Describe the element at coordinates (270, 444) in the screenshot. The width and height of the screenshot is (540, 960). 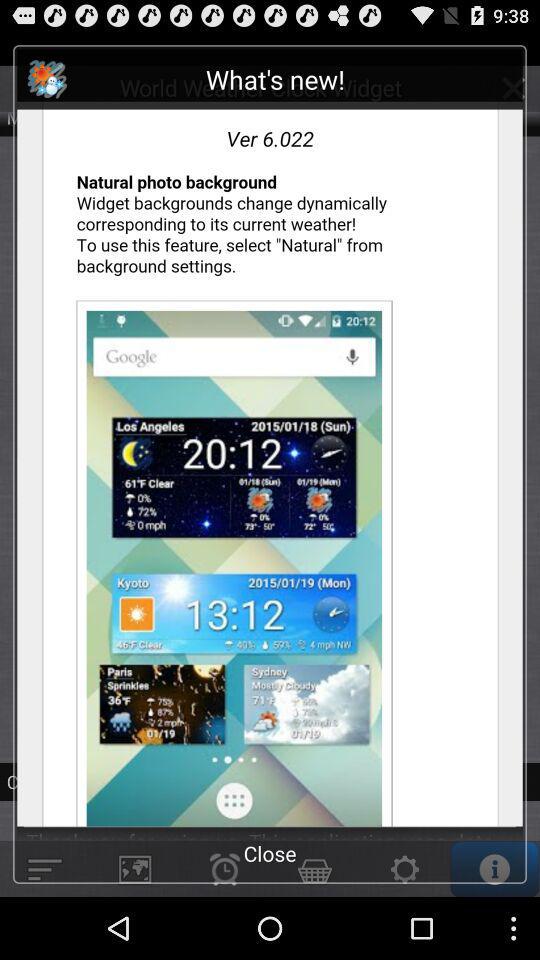
I see `whats new details` at that location.